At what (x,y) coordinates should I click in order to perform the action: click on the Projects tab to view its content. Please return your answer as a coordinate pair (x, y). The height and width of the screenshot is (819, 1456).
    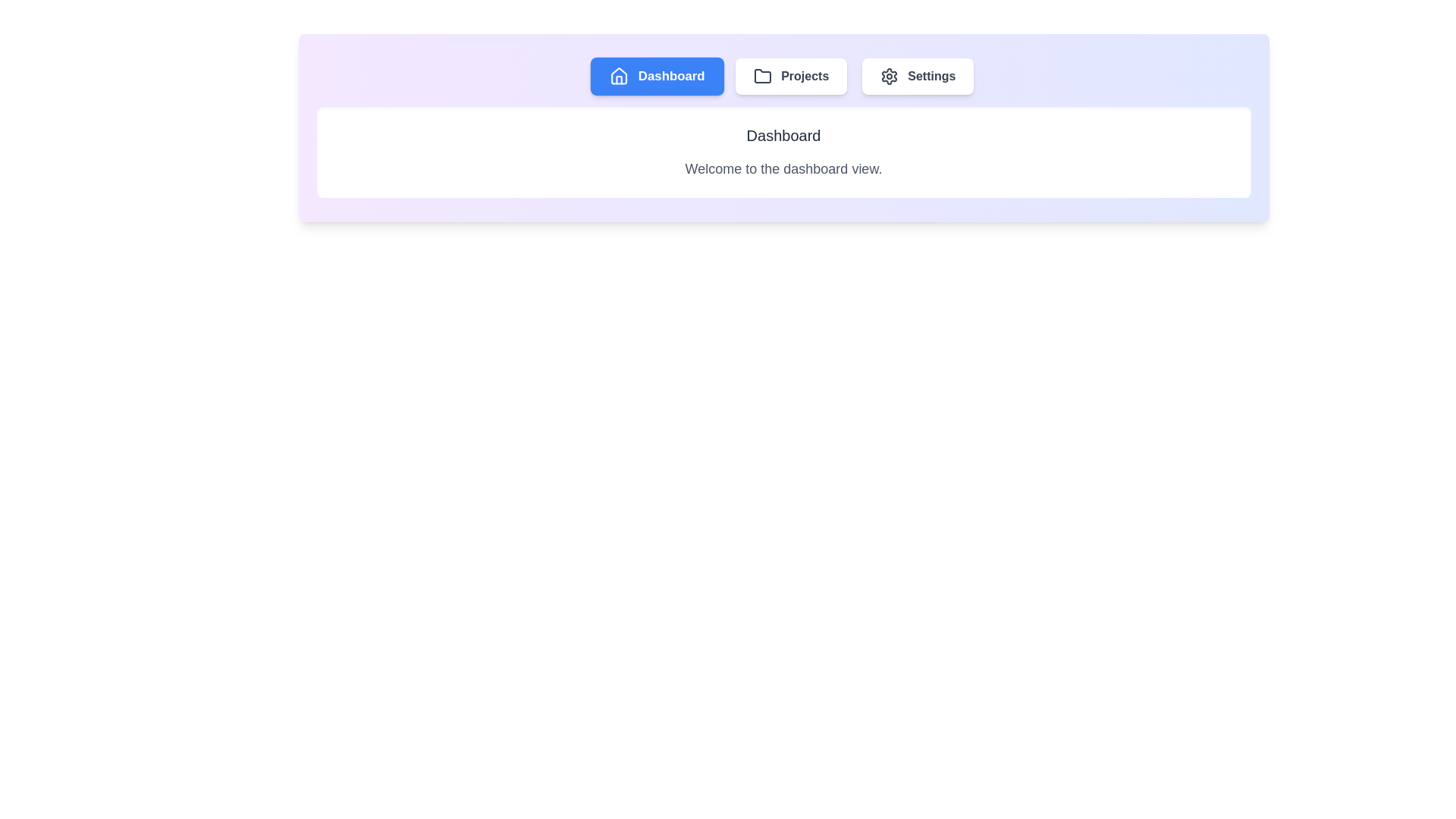
    Looking at the image, I should click on (790, 76).